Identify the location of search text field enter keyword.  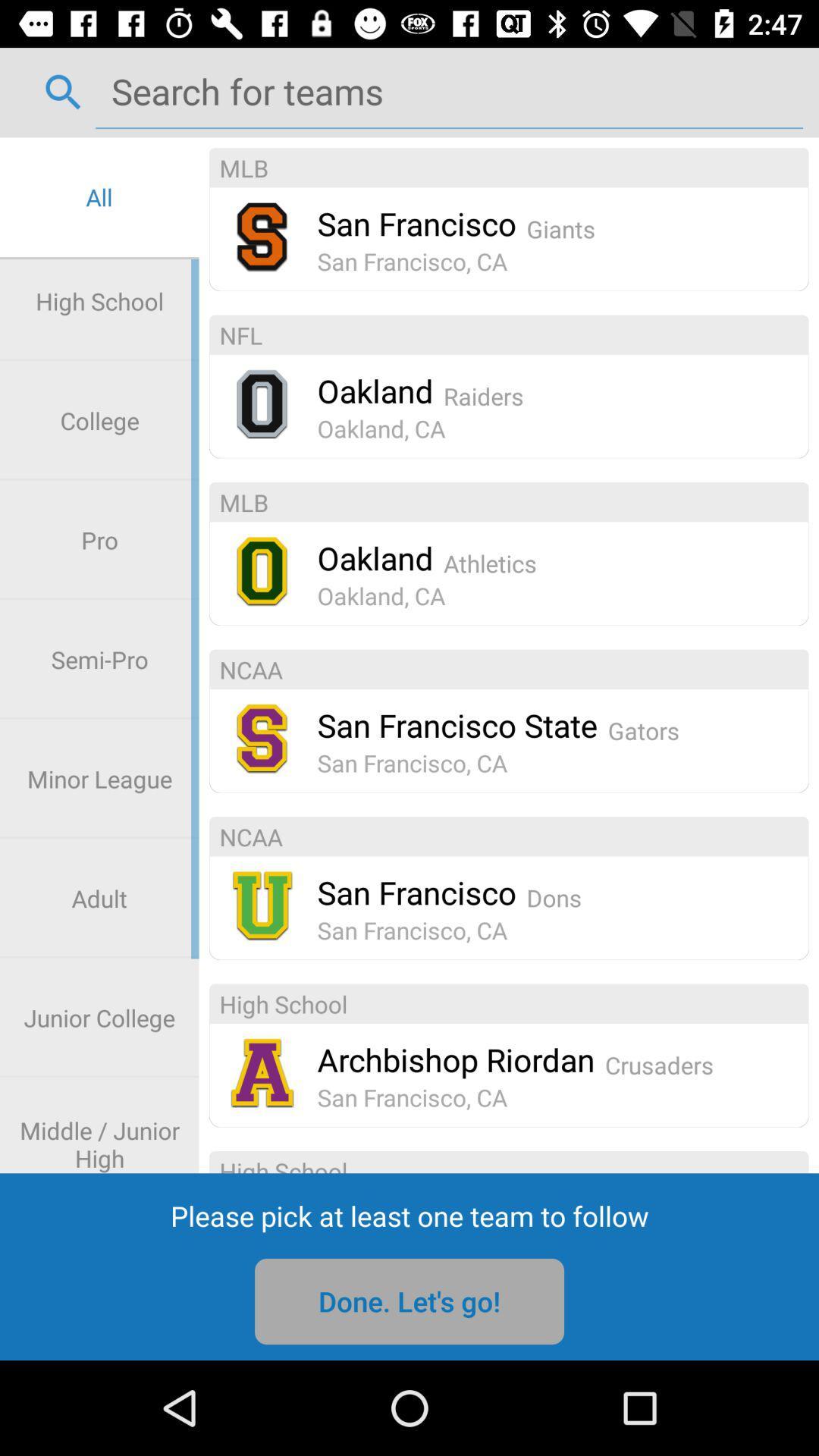
(448, 90).